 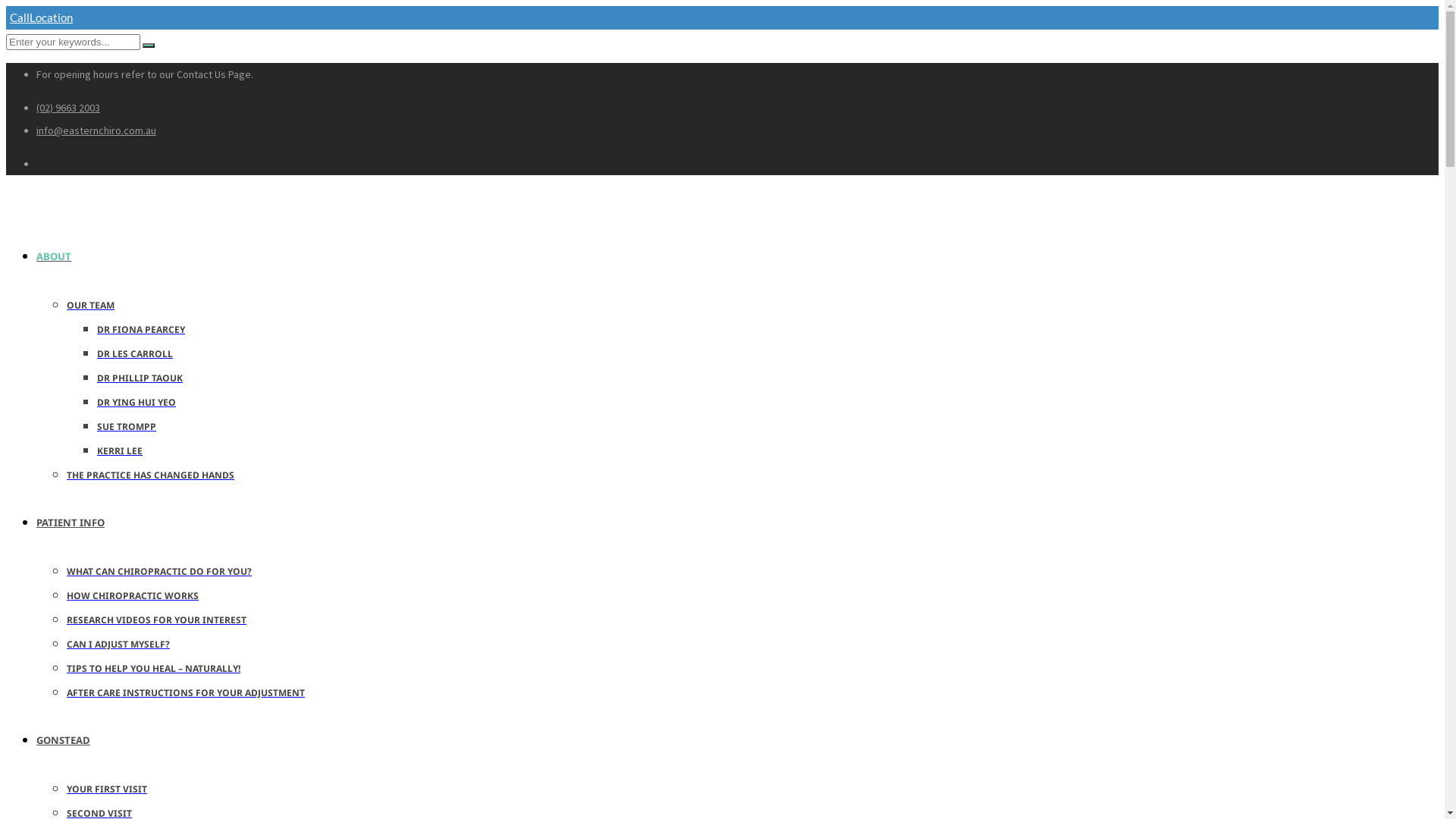 I want to click on 'DR PHILLIP TAOUK', so click(x=140, y=377).